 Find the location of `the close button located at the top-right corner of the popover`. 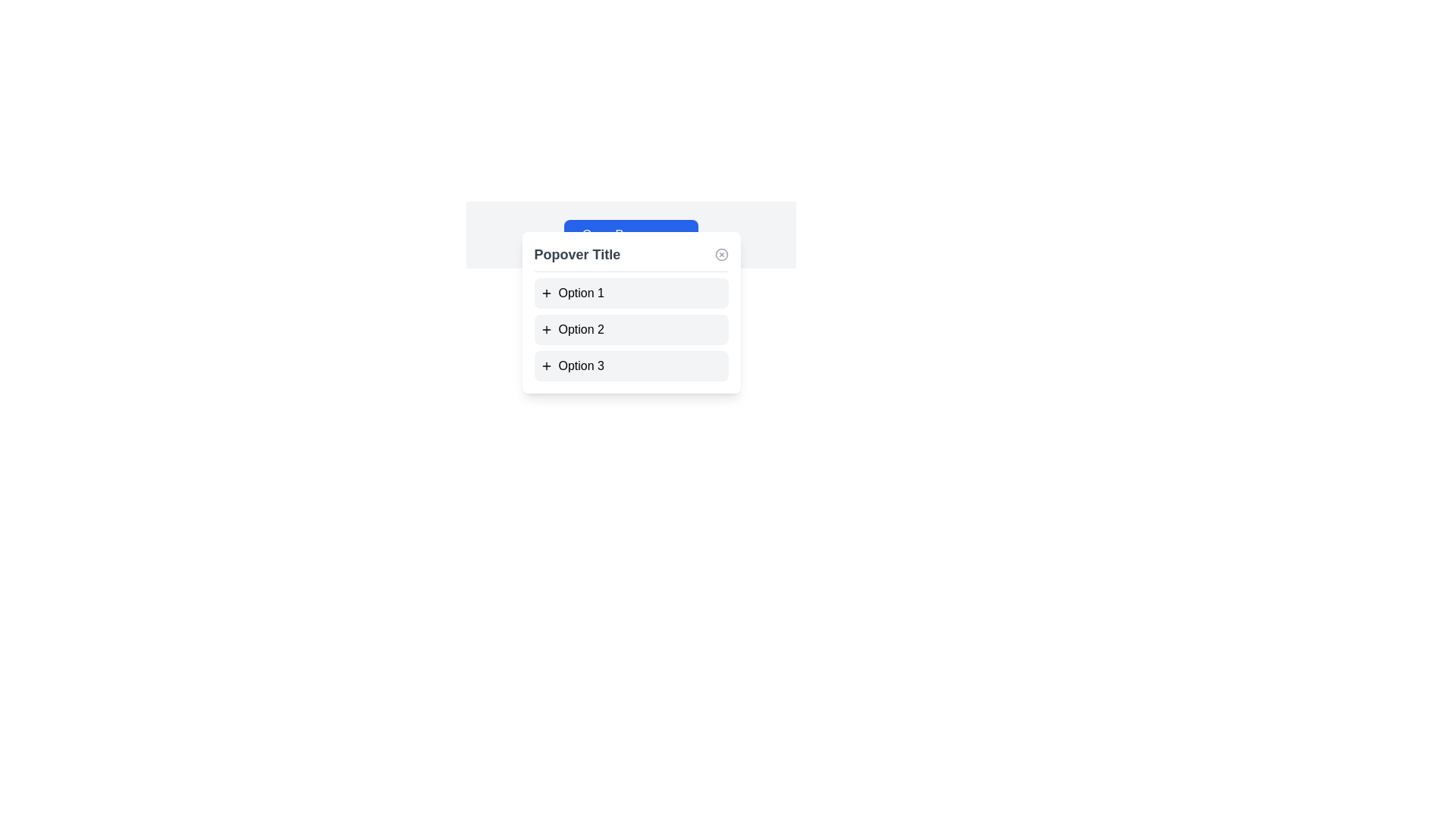

the close button located at the top-right corner of the popover is located at coordinates (720, 253).